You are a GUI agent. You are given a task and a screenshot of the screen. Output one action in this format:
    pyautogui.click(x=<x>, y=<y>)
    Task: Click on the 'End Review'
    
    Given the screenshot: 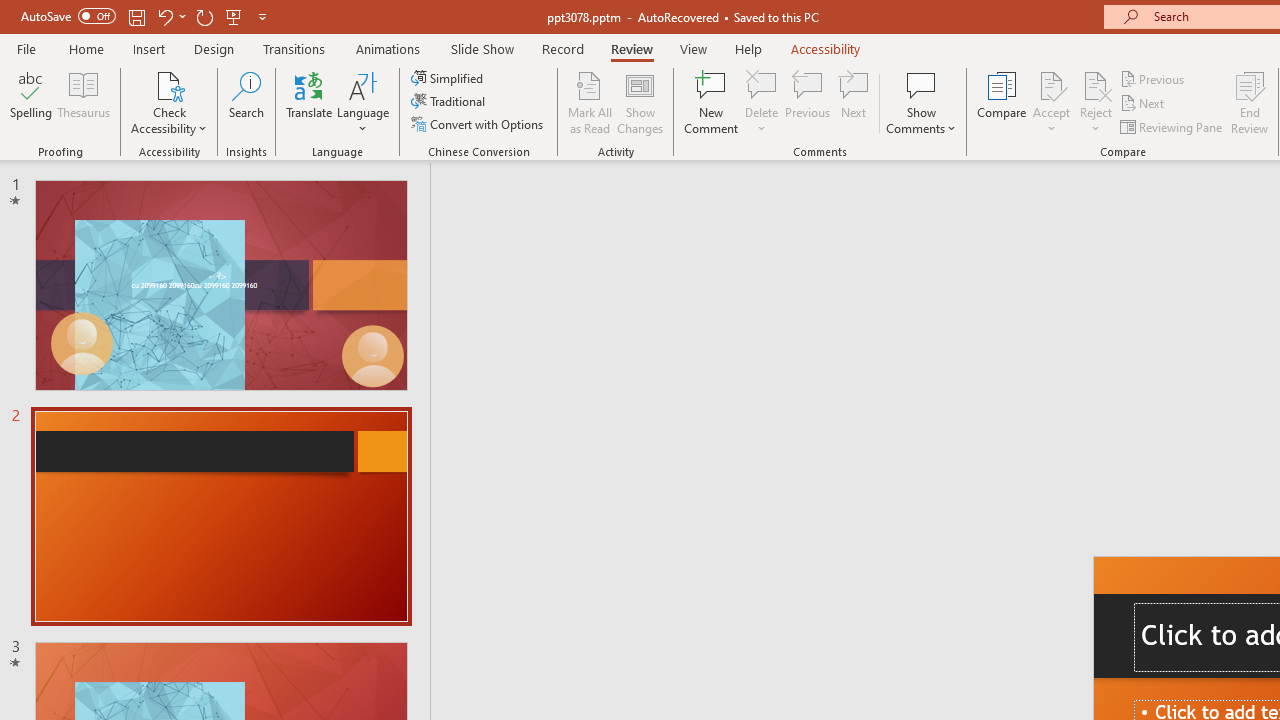 What is the action you would take?
    pyautogui.click(x=1248, y=103)
    